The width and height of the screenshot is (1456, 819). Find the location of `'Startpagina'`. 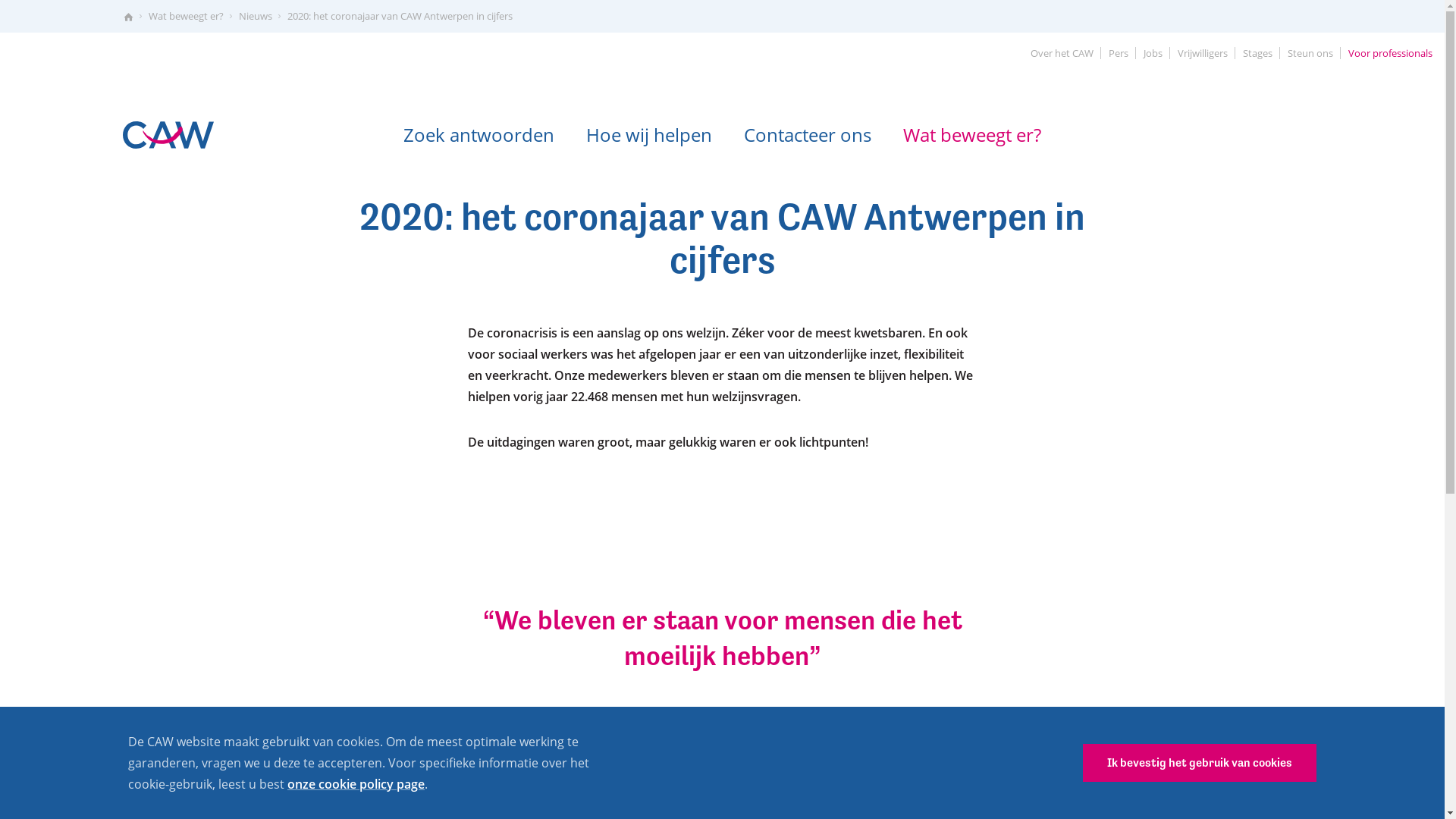

'Startpagina' is located at coordinates (127, 16).